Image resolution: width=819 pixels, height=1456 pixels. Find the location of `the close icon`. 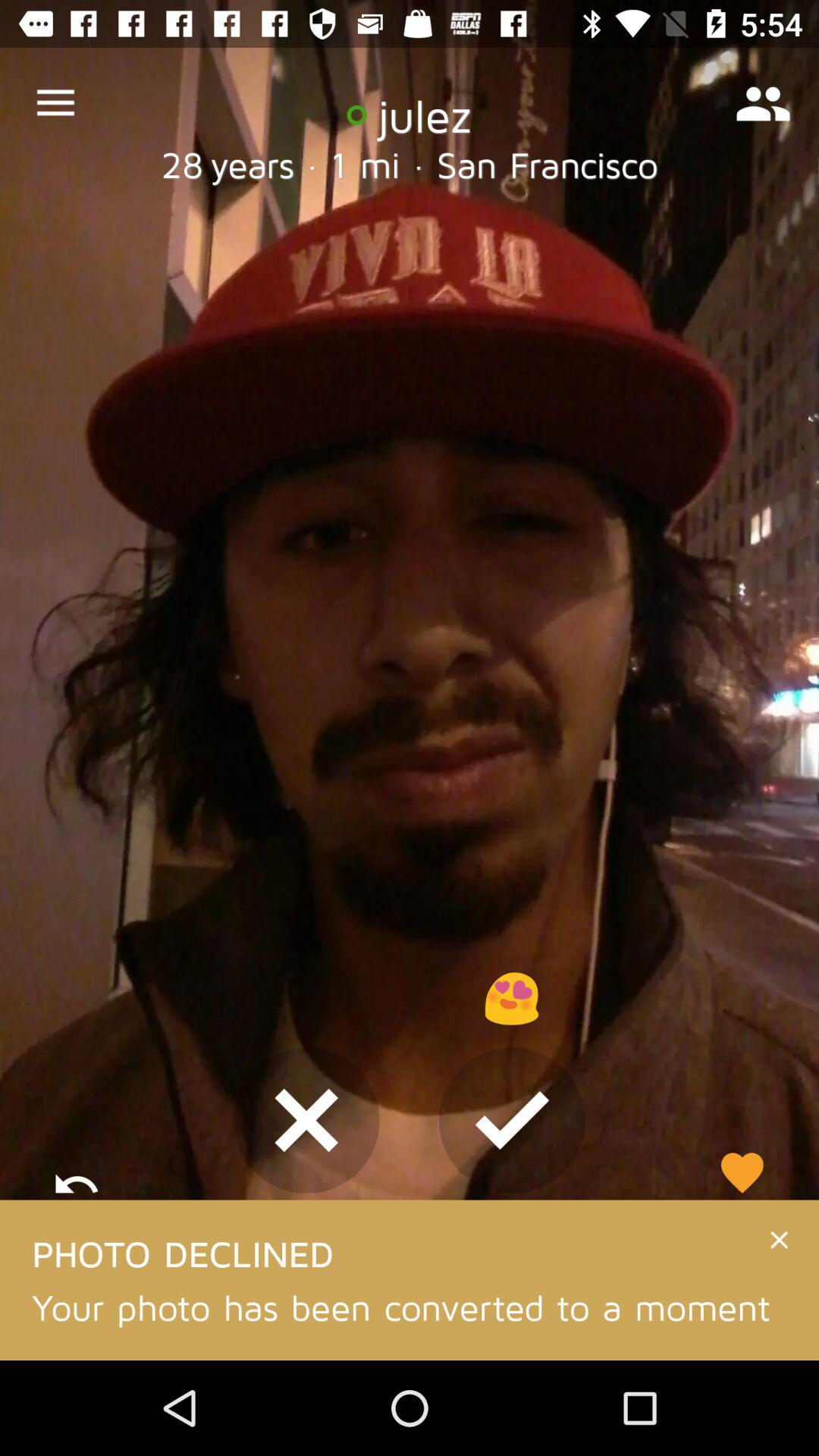

the close icon is located at coordinates (306, 1120).